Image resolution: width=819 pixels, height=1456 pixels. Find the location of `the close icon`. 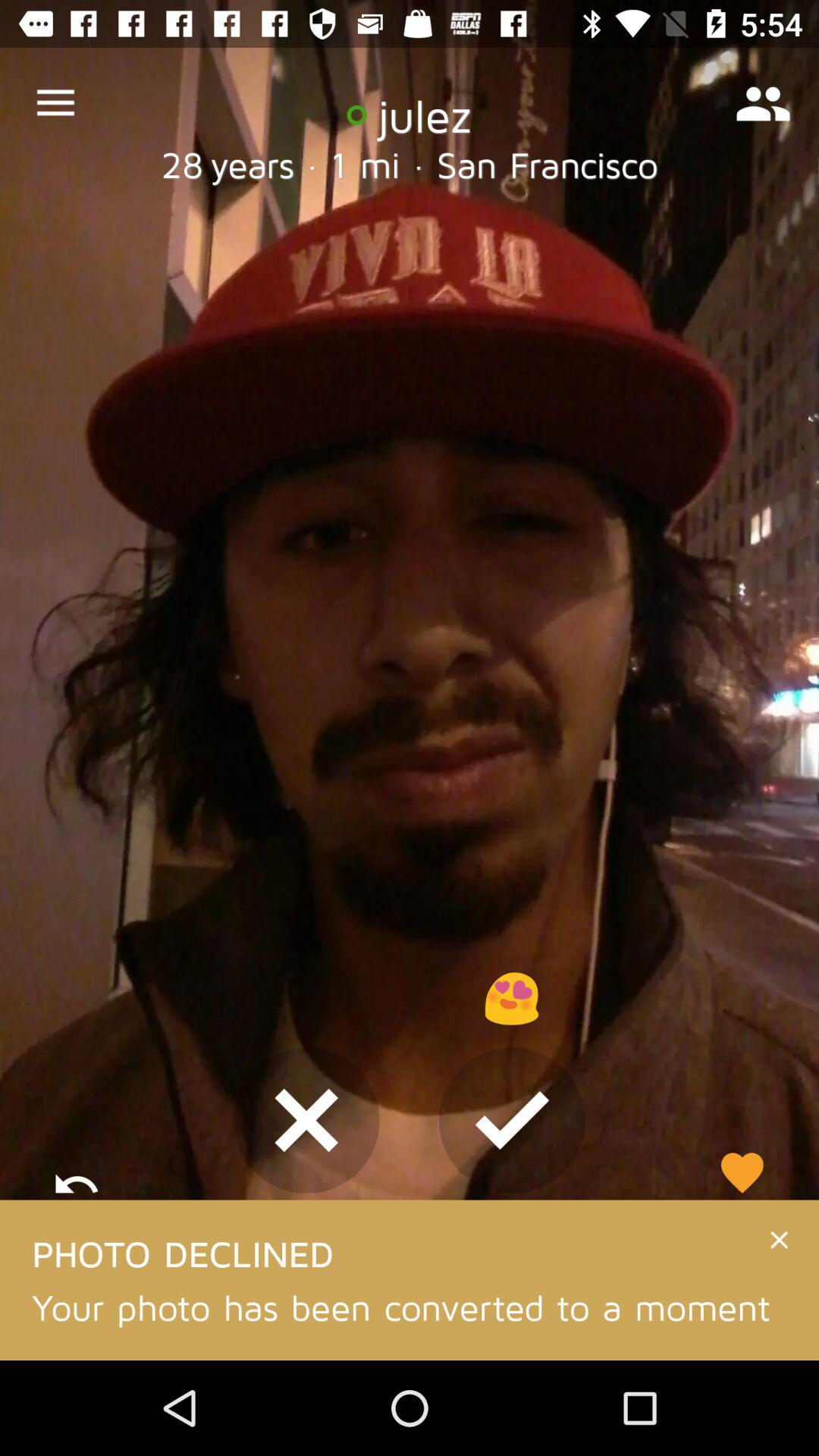

the close icon is located at coordinates (306, 1120).